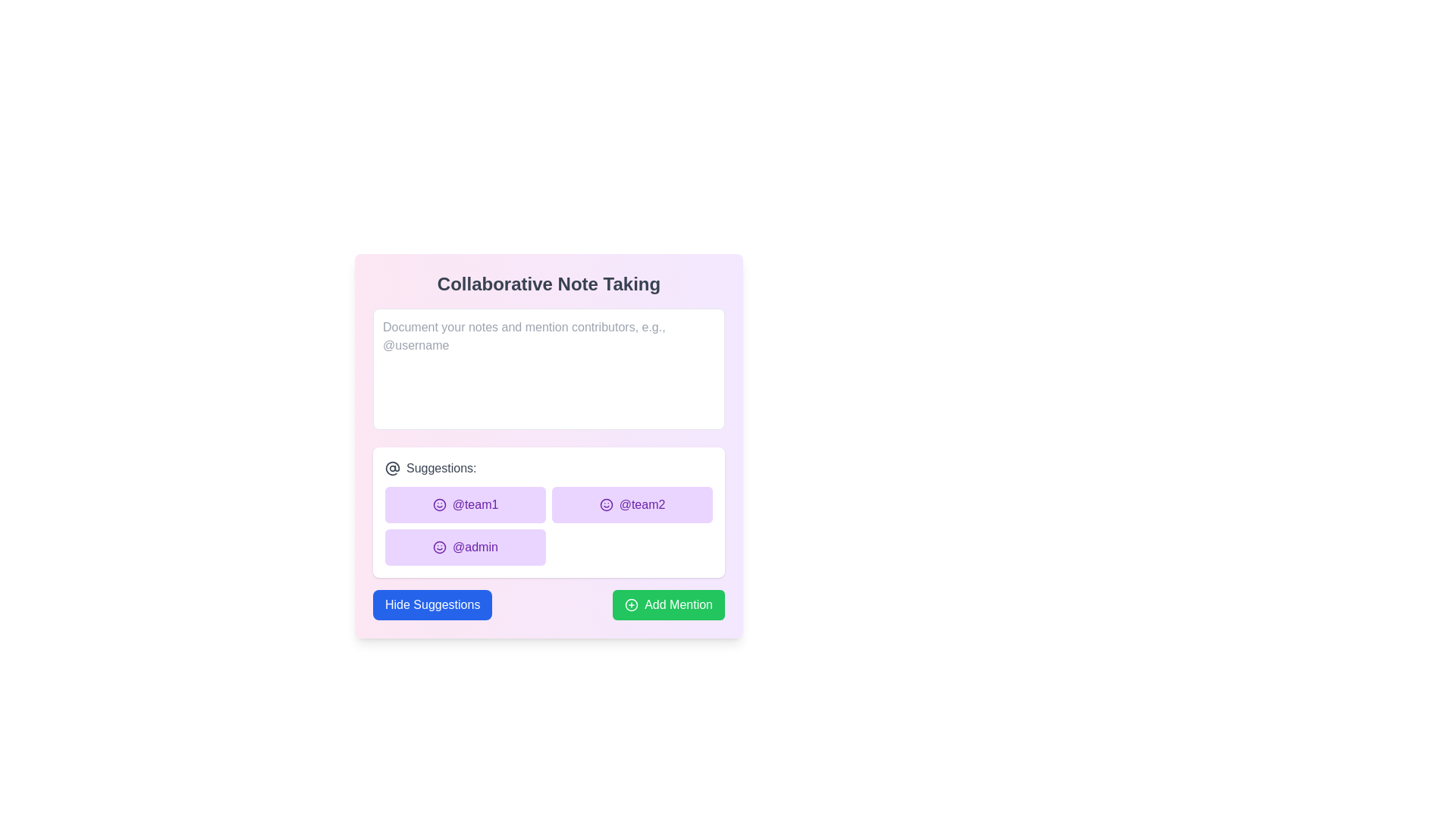 The width and height of the screenshot is (1456, 819). What do you see at coordinates (438, 505) in the screenshot?
I see `the circle component of the smile icon located in the suggestions area beneath the text input field, positioned to the left of mention buttons` at bounding box center [438, 505].